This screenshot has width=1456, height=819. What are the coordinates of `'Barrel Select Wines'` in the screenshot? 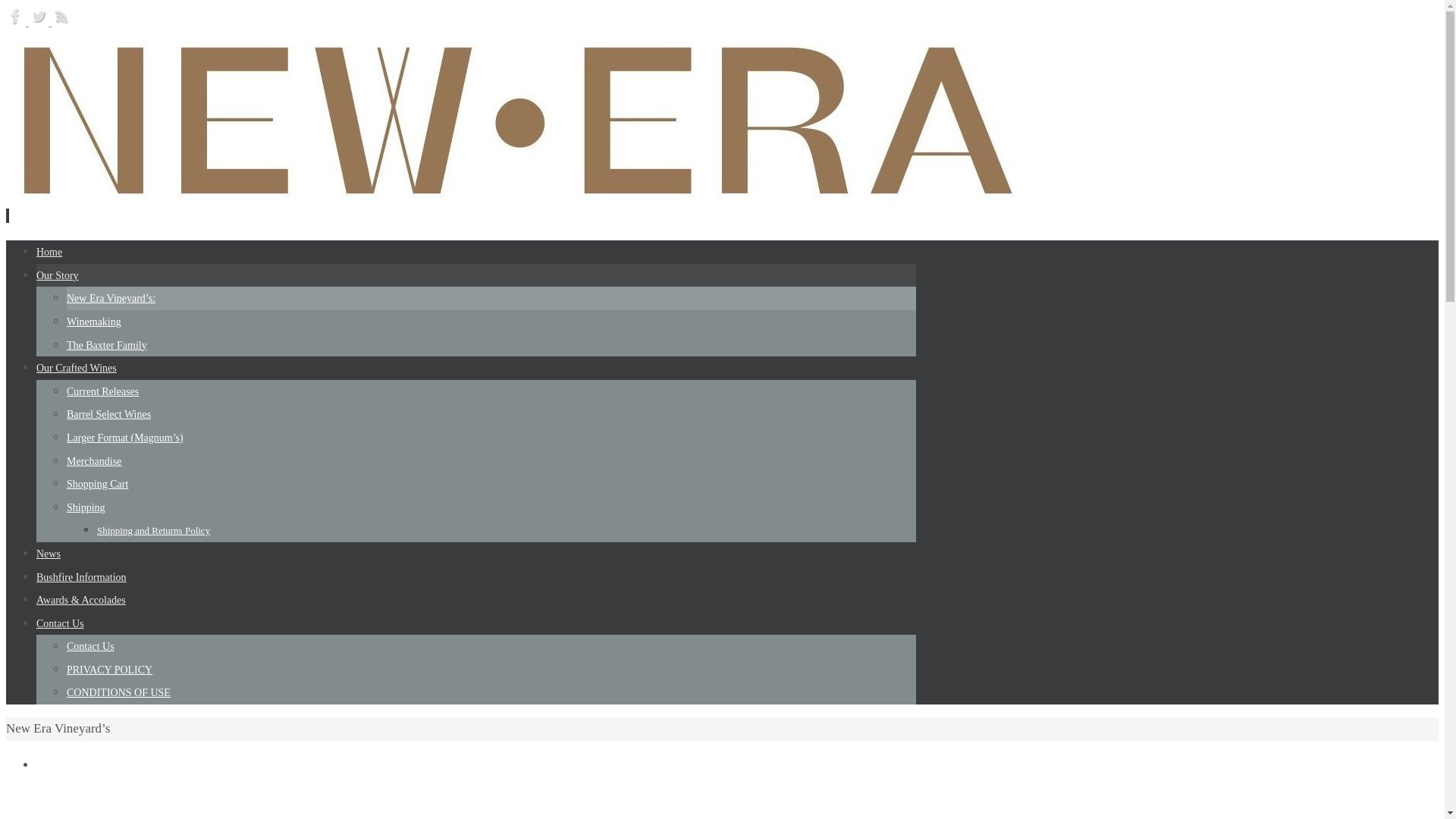 It's located at (108, 414).